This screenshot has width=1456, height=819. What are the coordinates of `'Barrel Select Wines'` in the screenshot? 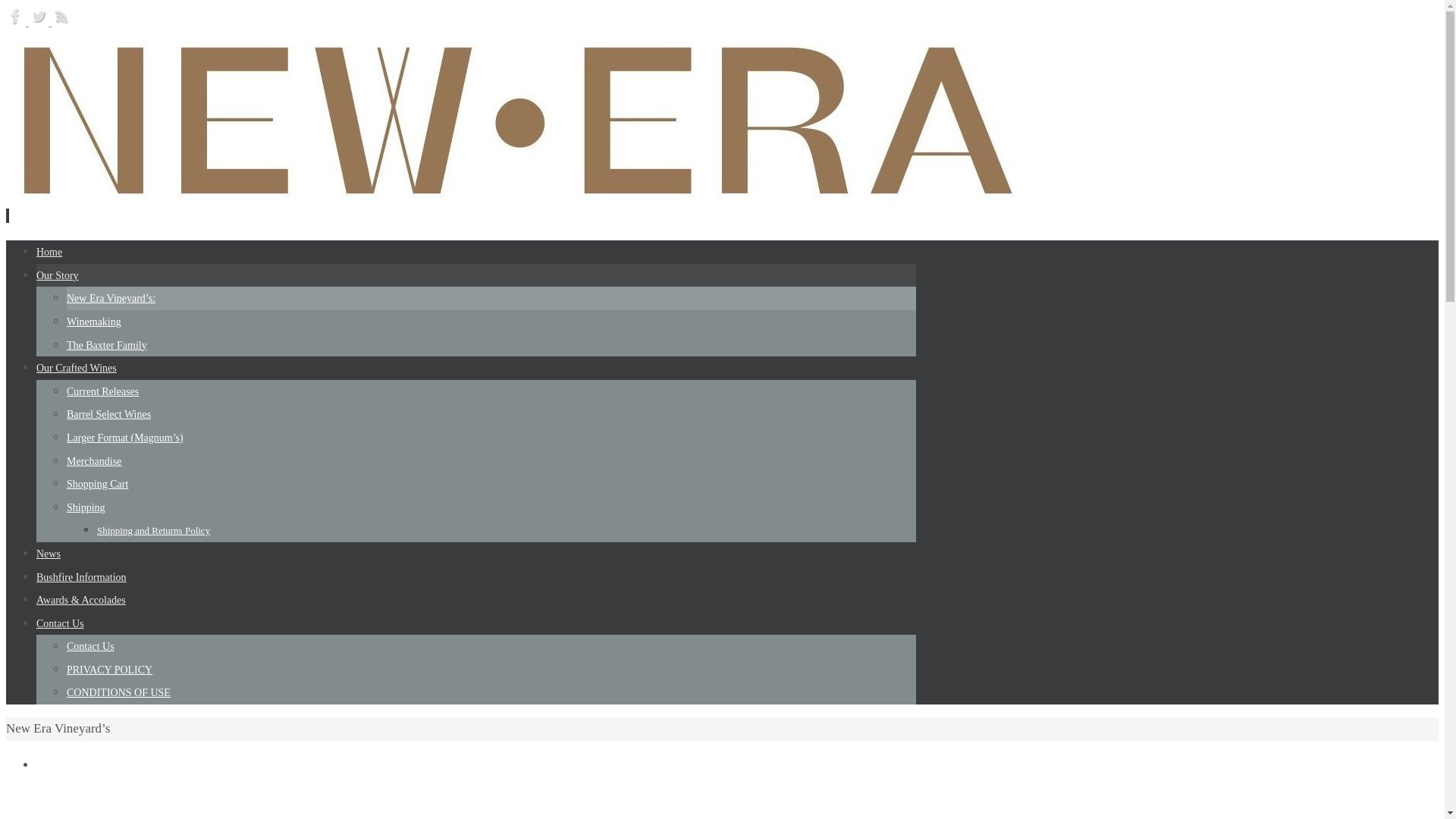 It's located at (108, 414).